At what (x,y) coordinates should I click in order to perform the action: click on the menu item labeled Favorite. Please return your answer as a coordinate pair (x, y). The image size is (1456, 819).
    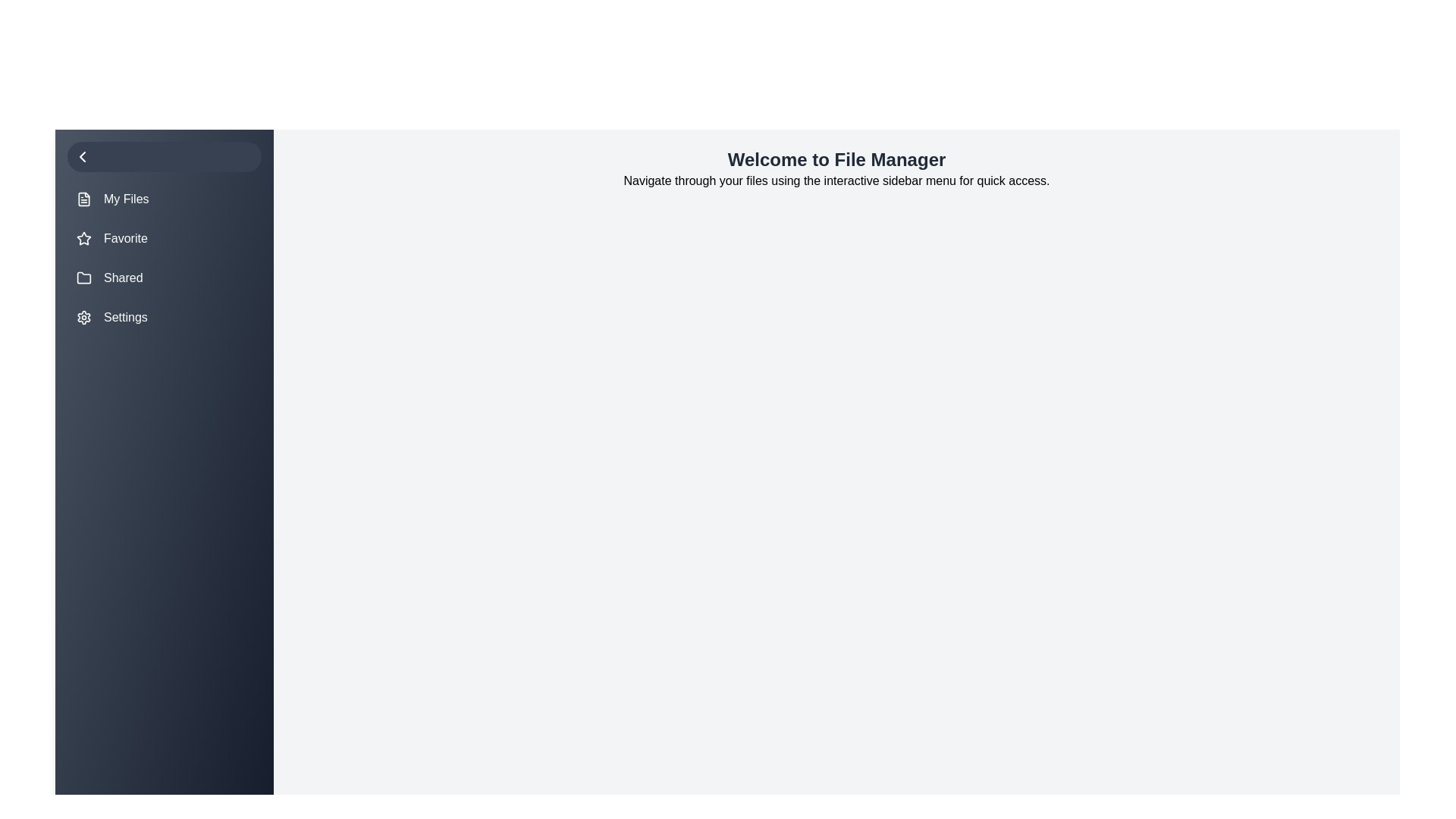
    Looking at the image, I should click on (164, 239).